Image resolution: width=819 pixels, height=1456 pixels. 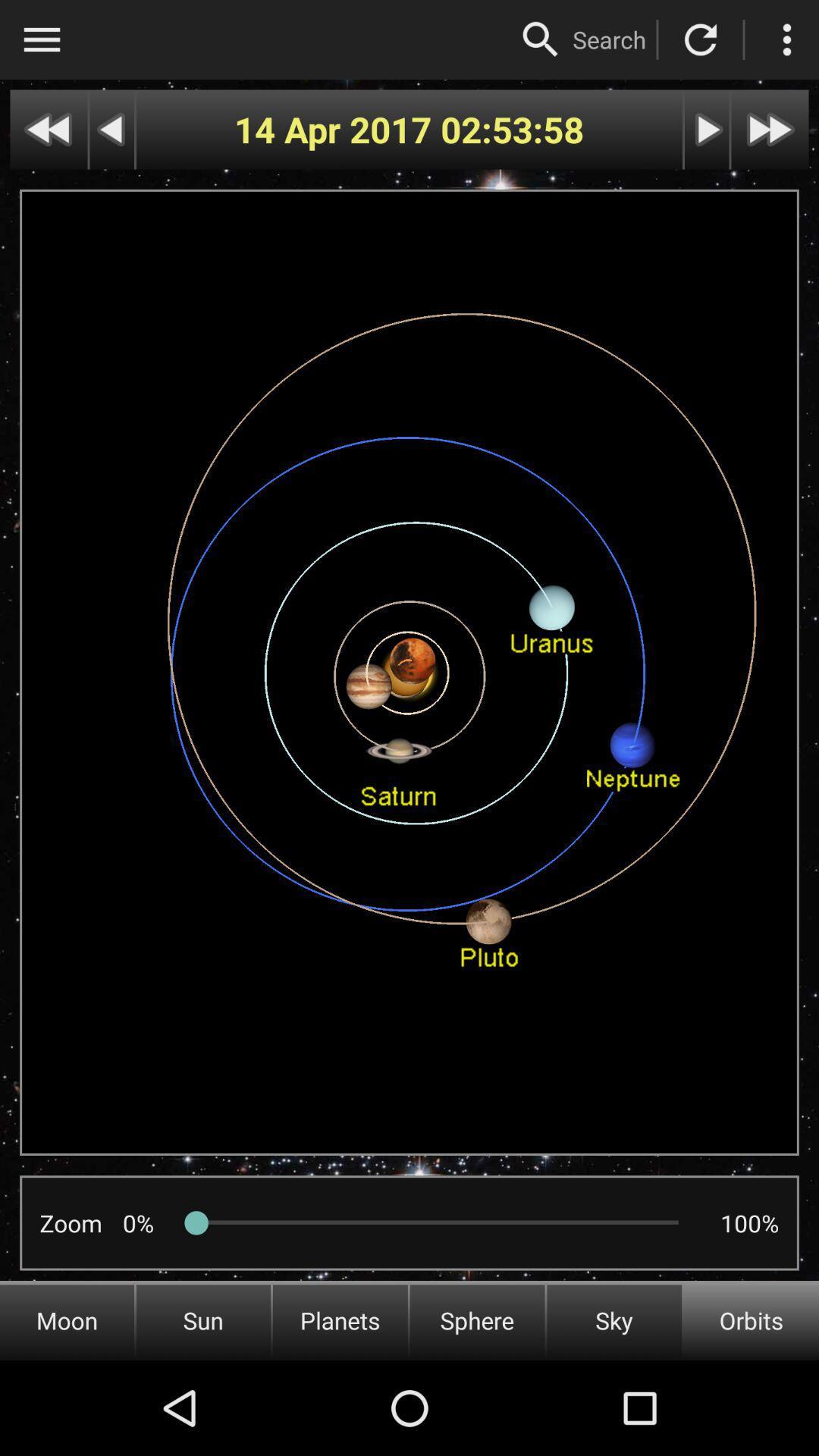 I want to click on the app to the left of the search icon, so click(x=540, y=39).